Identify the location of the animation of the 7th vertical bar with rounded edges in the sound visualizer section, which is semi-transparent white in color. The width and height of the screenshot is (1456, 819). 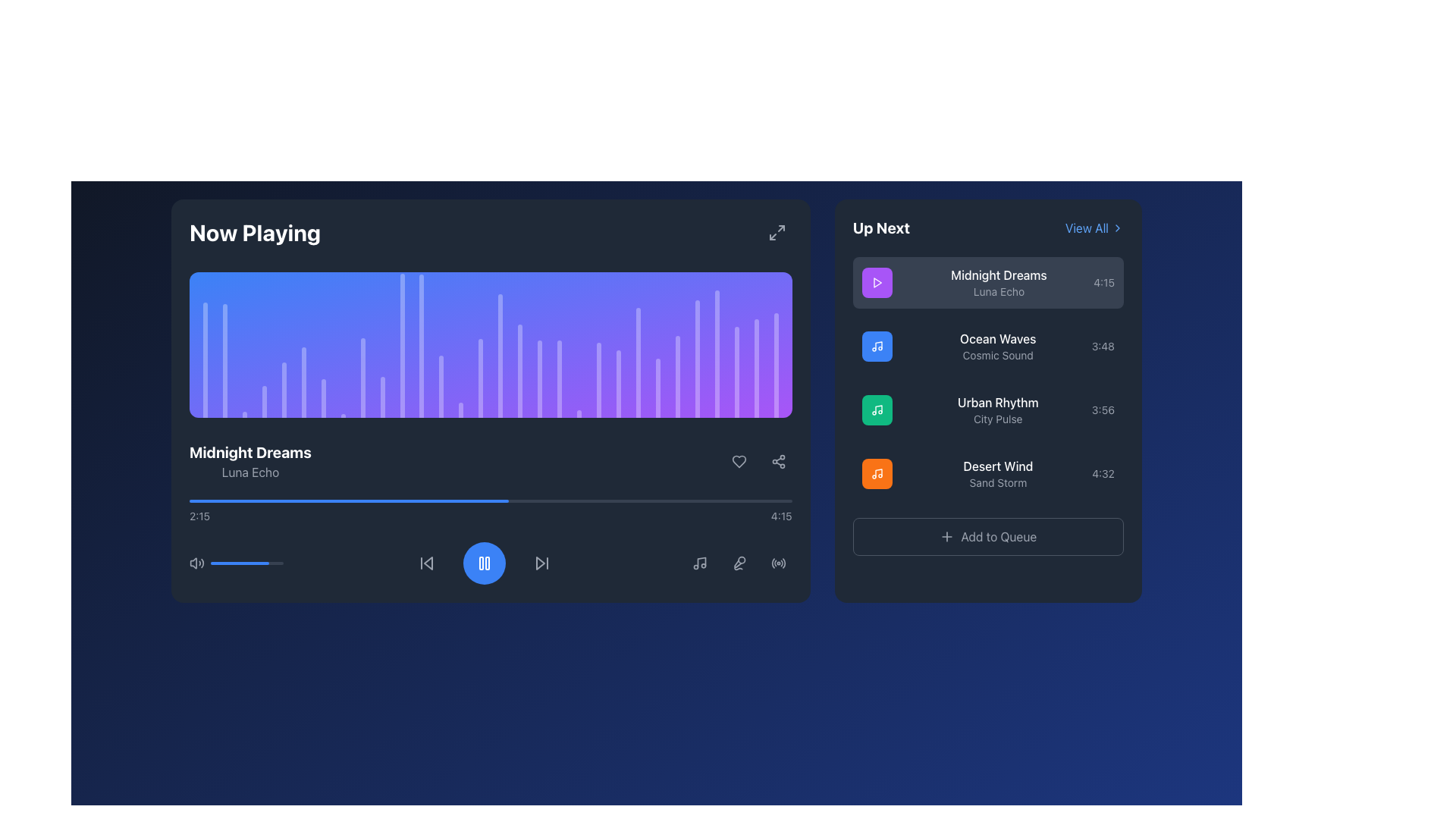
(322, 397).